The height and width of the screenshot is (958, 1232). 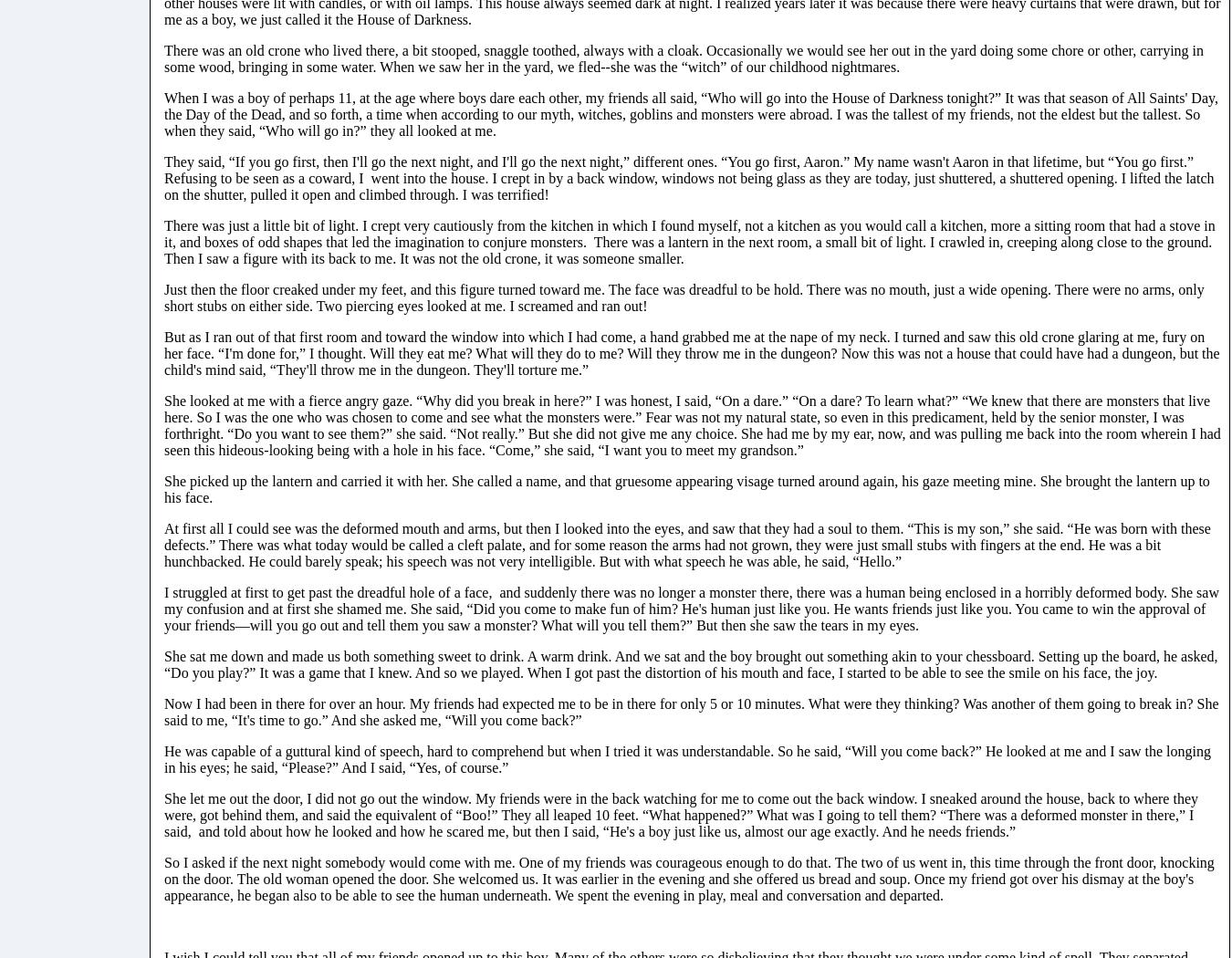 What do you see at coordinates (683, 297) in the screenshot?
I see `'Just then the floor creaked under my feet, and this figure turned toward me. The face was dreadful to be hold. There was no mouth, just a wide opening. There were no arms, only short stubs on either side. Two piercing eyes looked at me. I screamed and ran out!'` at bounding box center [683, 297].